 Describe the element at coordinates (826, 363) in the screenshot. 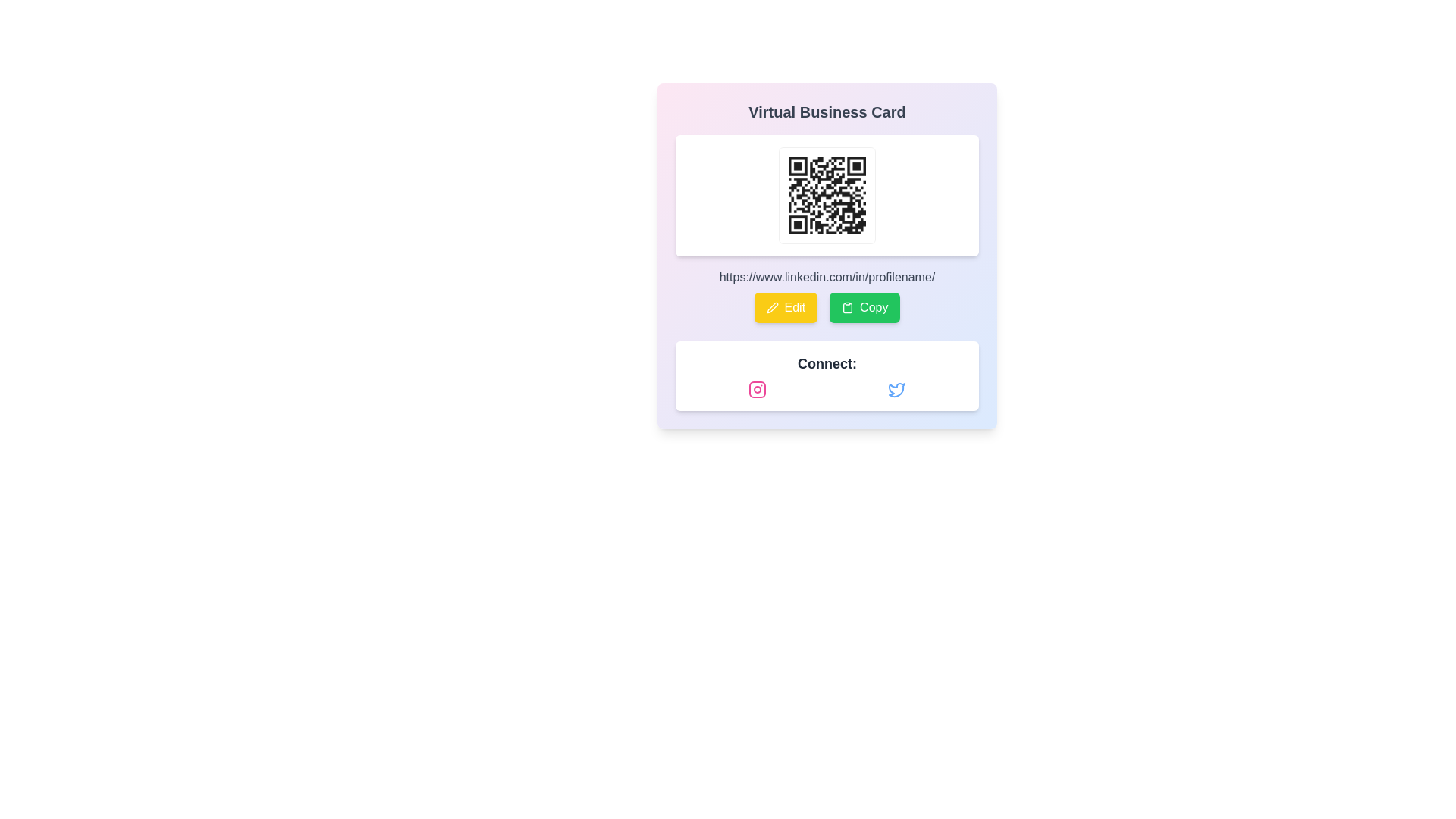

I see `the bold text label saying 'Connect:' which is styled in dark gray and positioned above the social media icons` at that location.